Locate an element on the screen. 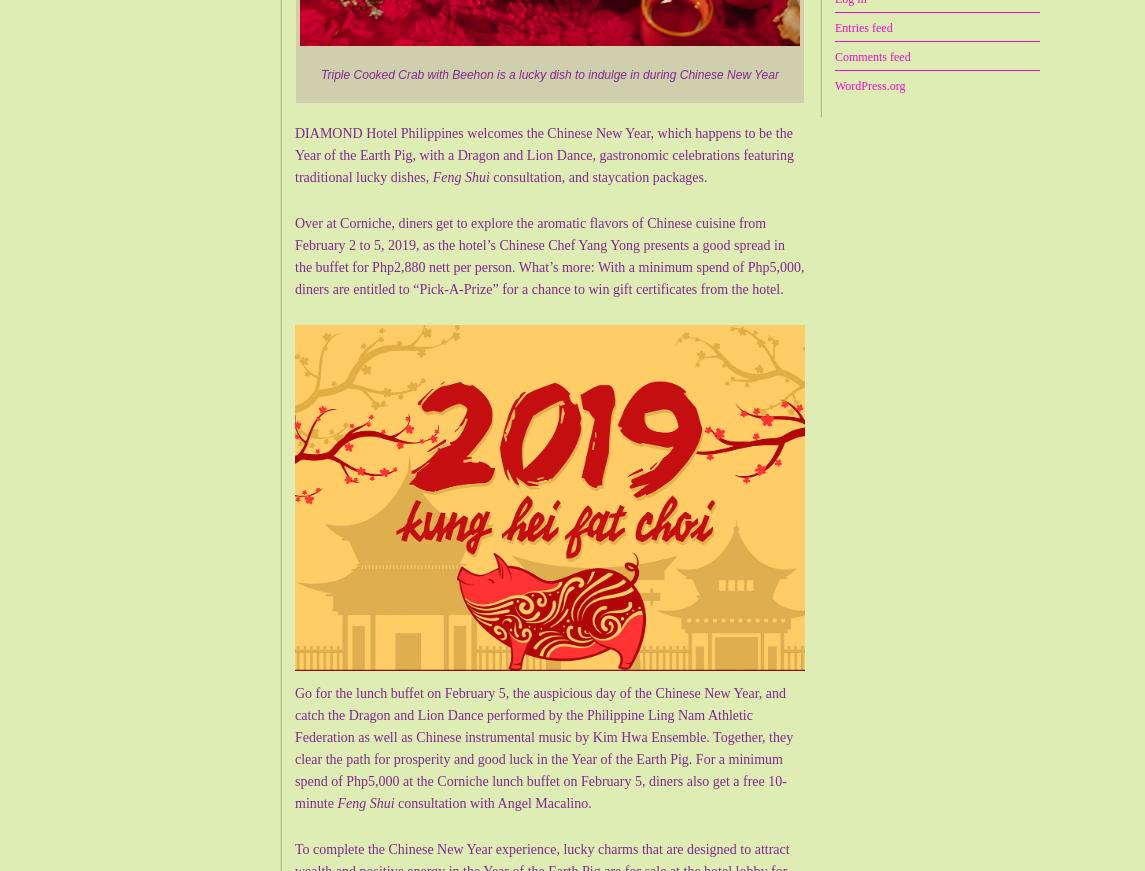 Image resolution: width=1145 pixels, height=871 pixels. 'Entries feed' is located at coordinates (863, 26).